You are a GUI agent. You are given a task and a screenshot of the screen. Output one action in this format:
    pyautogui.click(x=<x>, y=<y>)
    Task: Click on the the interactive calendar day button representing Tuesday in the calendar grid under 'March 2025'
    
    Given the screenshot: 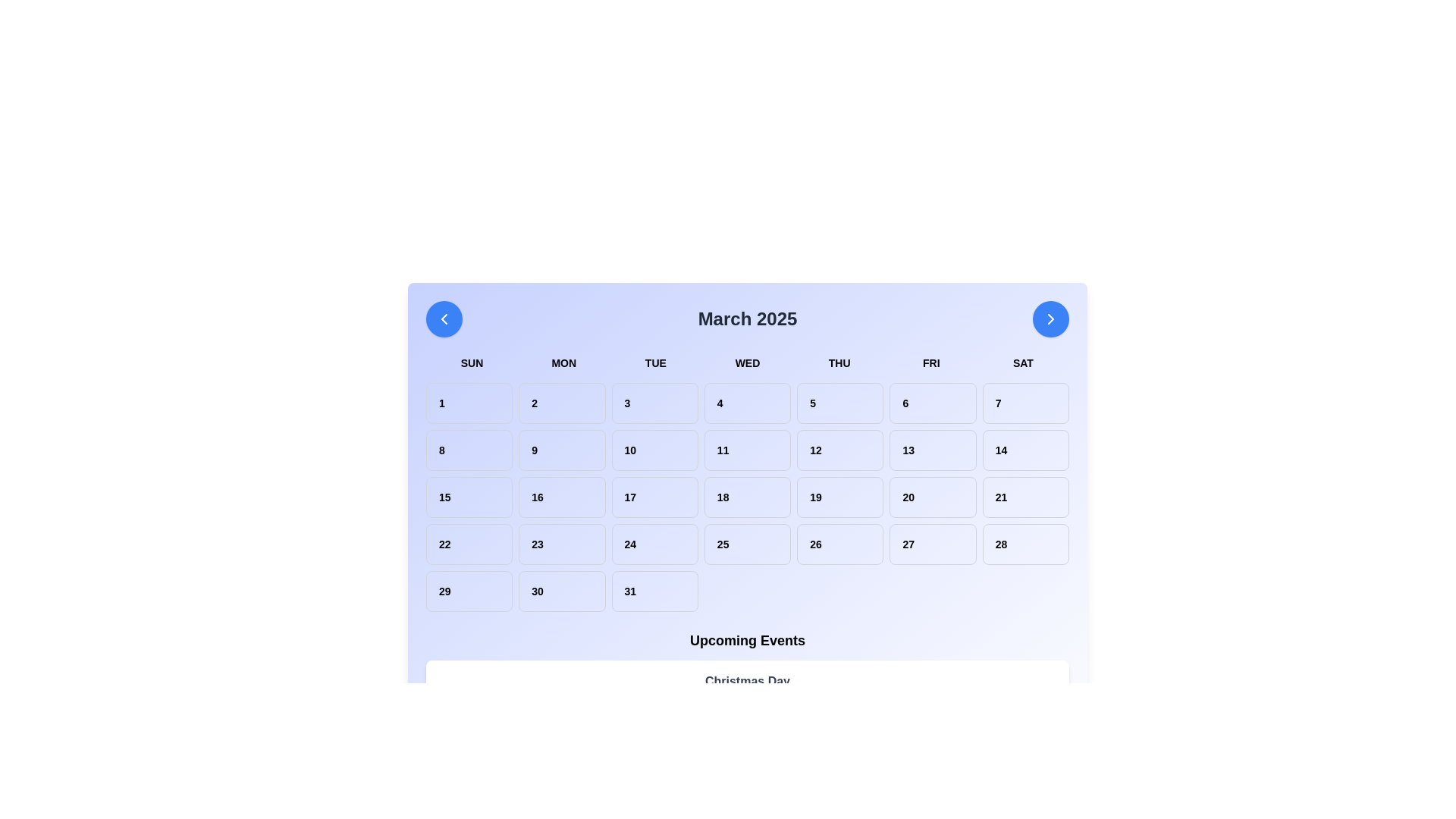 What is the action you would take?
    pyautogui.click(x=654, y=543)
    